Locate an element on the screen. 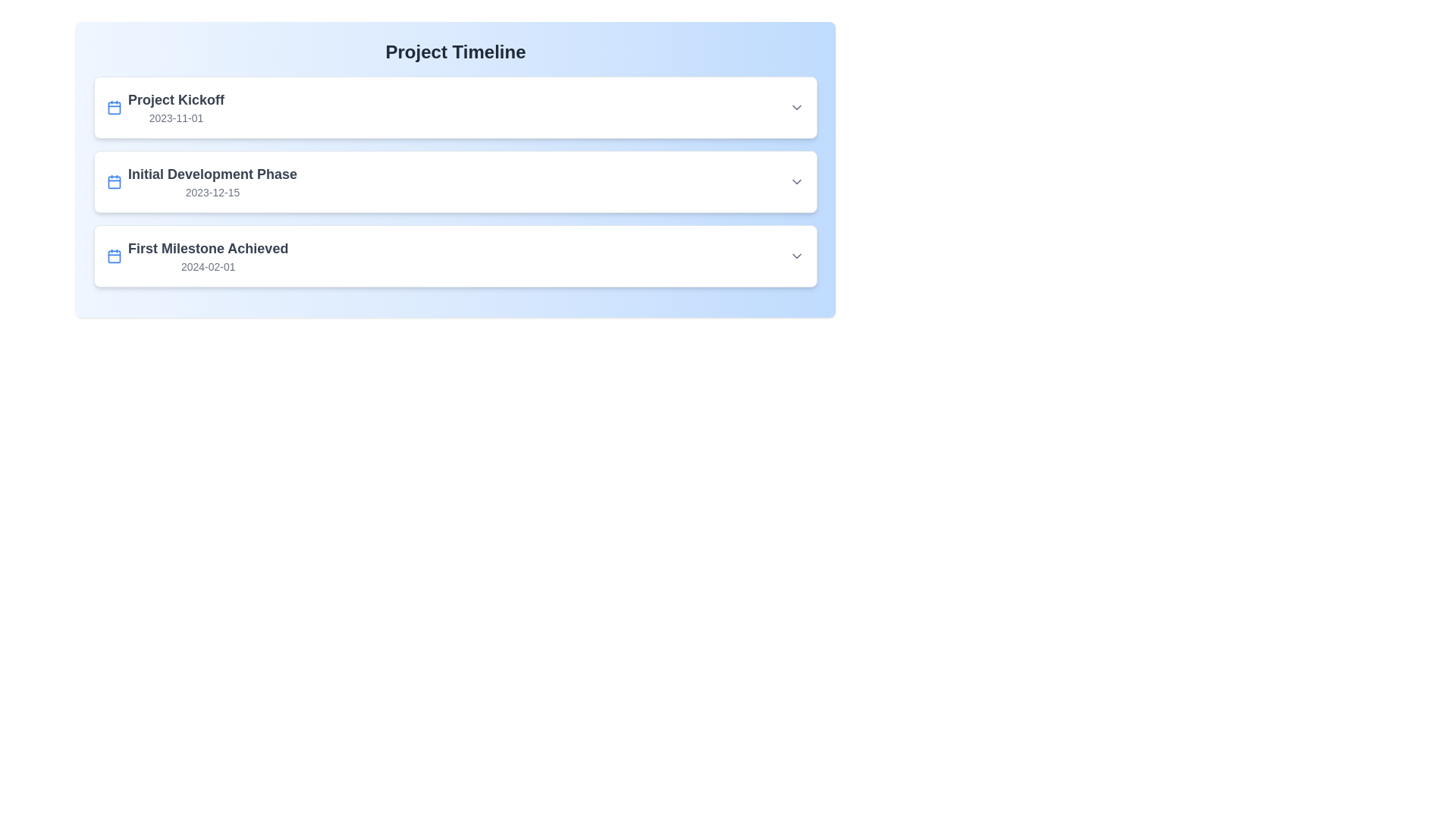 The width and height of the screenshot is (1456, 819). the first list item displaying milestone or event information, which includes a calendar icon is located at coordinates (165, 107).